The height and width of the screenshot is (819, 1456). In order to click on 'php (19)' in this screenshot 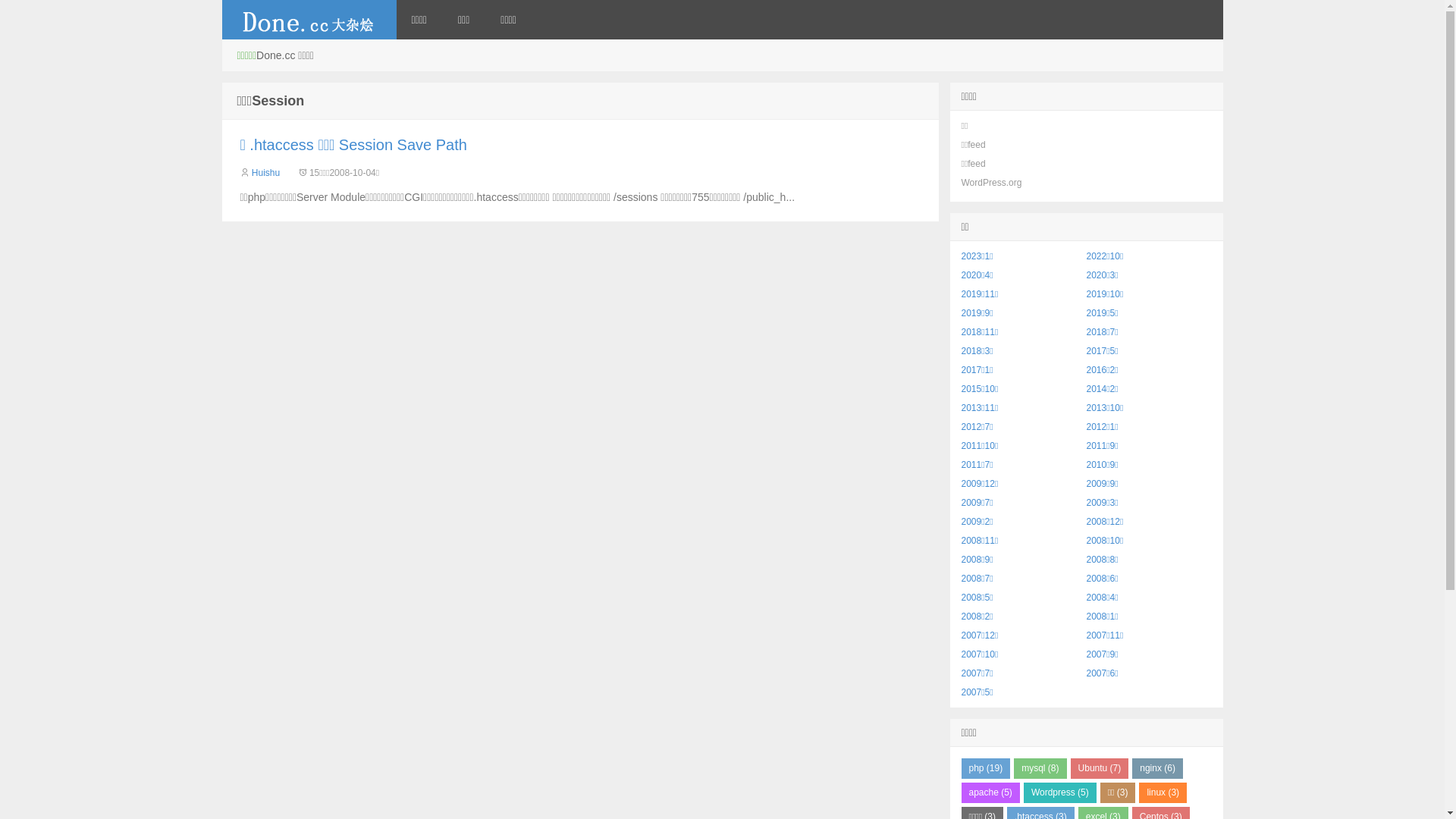, I will do `click(986, 768)`.